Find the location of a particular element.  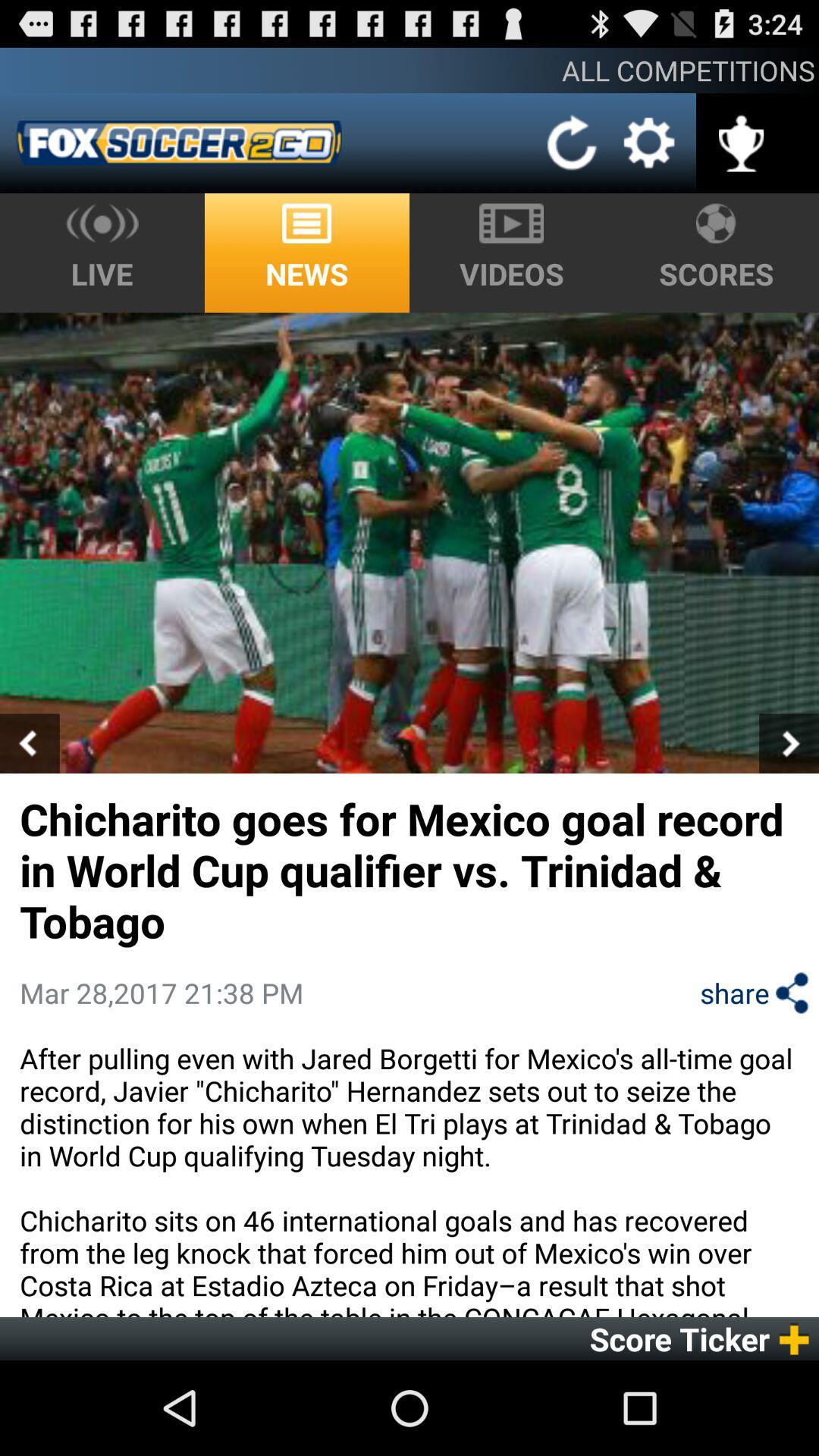

the app below the all competitions icon is located at coordinates (178, 143).